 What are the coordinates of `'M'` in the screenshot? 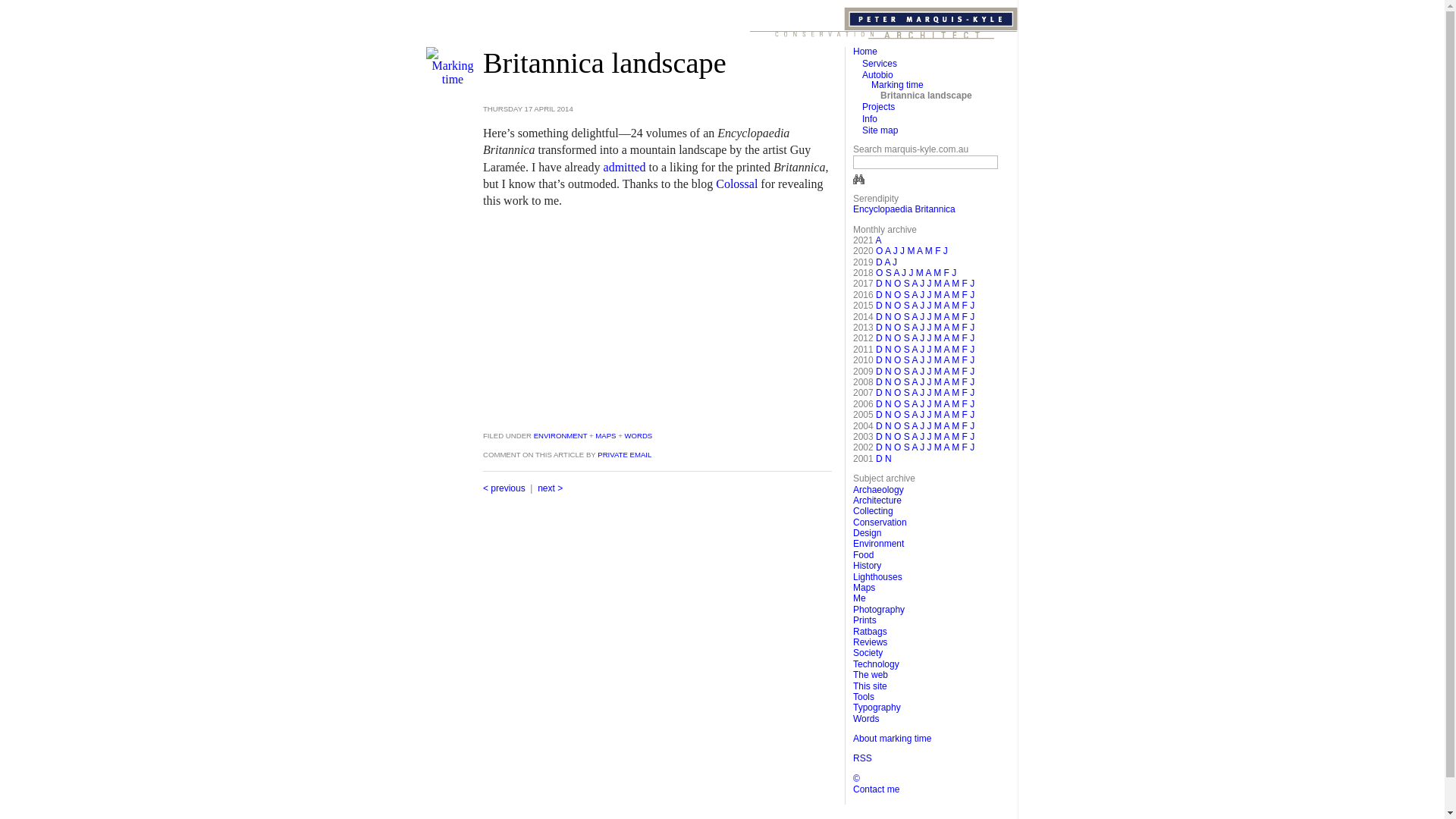 It's located at (954, 381).